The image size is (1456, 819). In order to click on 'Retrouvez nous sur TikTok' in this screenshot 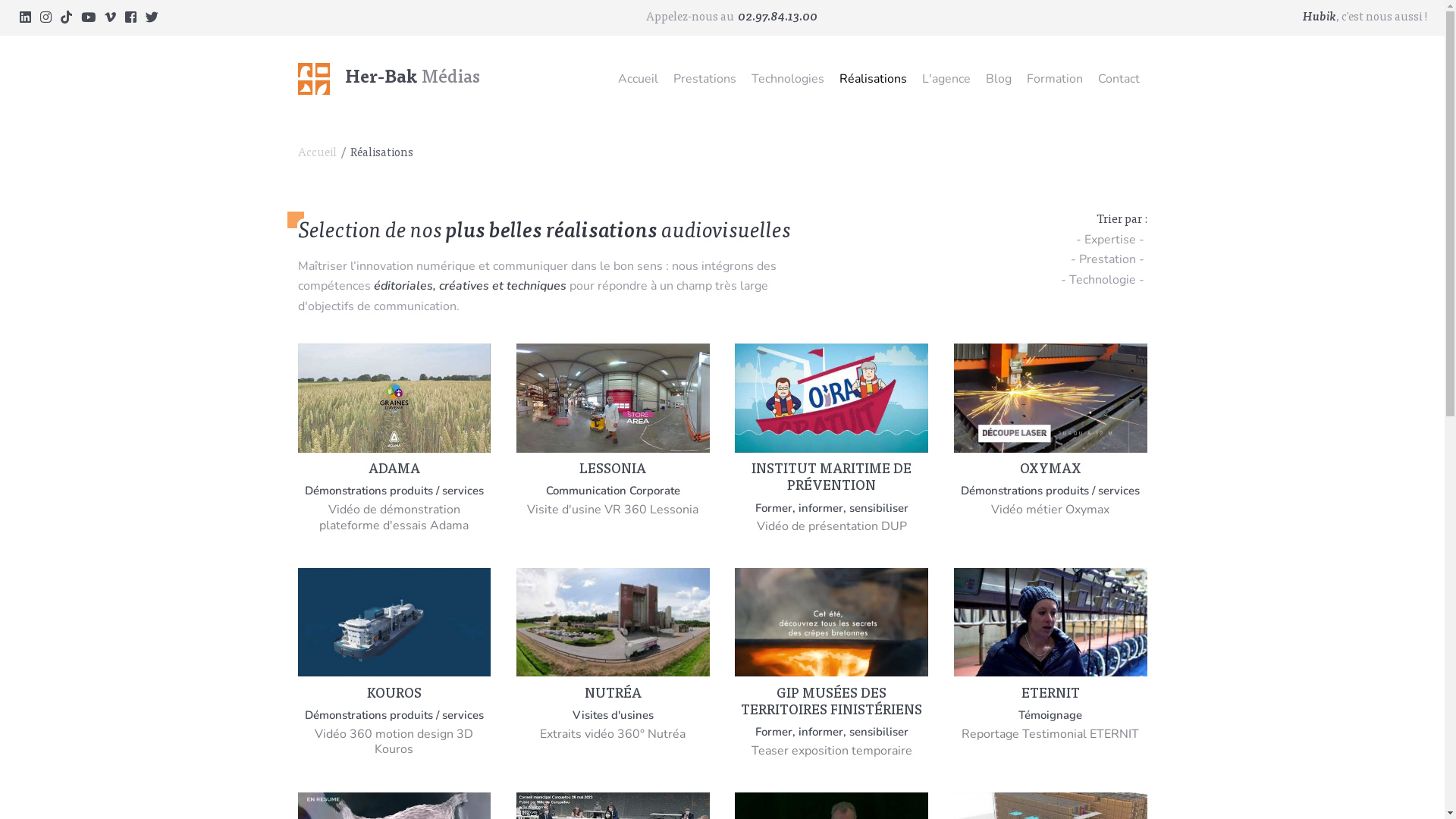, I will do `click(65, 17)`.